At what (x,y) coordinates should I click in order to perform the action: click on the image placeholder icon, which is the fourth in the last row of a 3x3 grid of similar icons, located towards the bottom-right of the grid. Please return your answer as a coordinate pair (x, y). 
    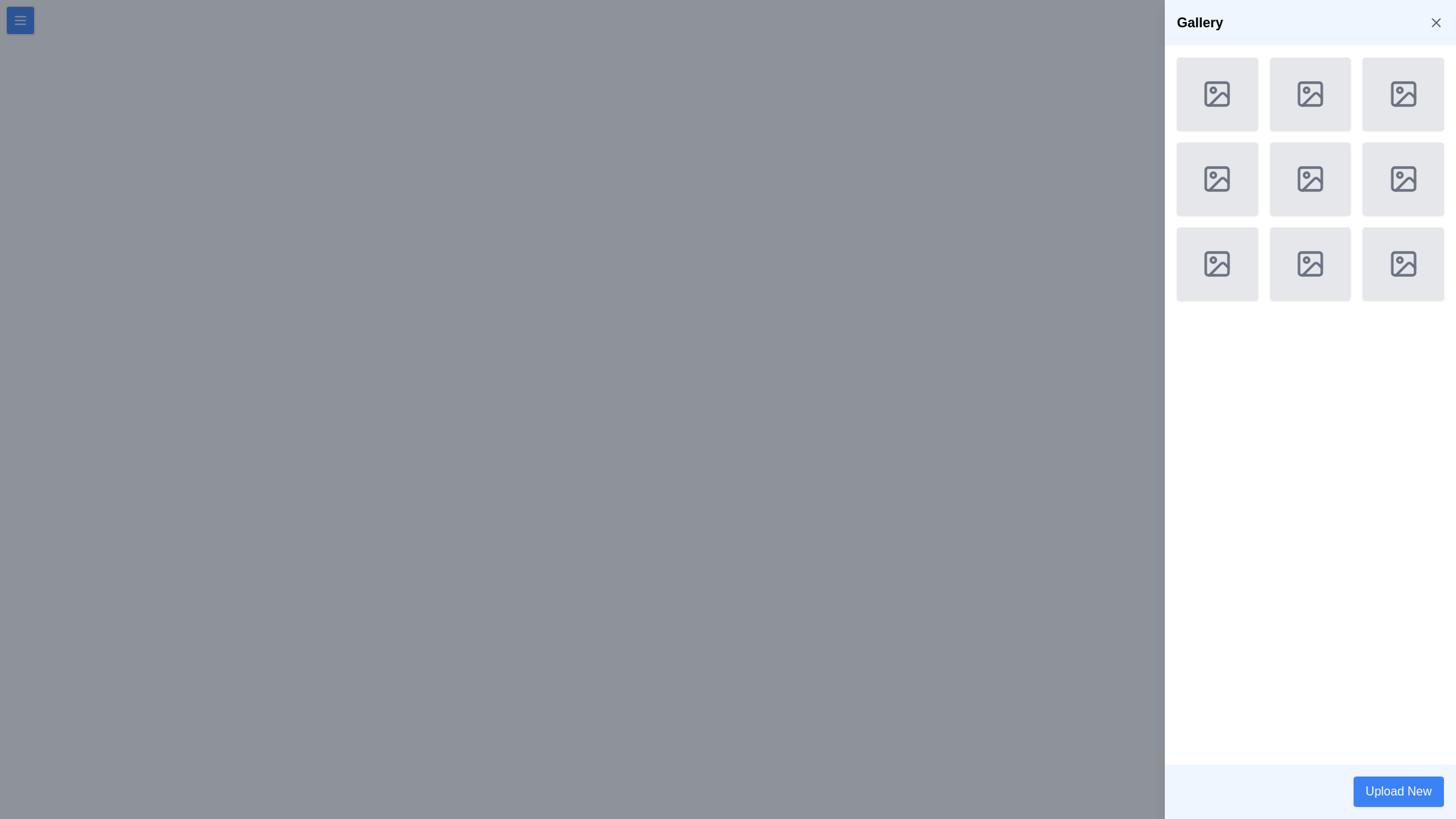
    Looking at the image, I should click on (1402, 262).